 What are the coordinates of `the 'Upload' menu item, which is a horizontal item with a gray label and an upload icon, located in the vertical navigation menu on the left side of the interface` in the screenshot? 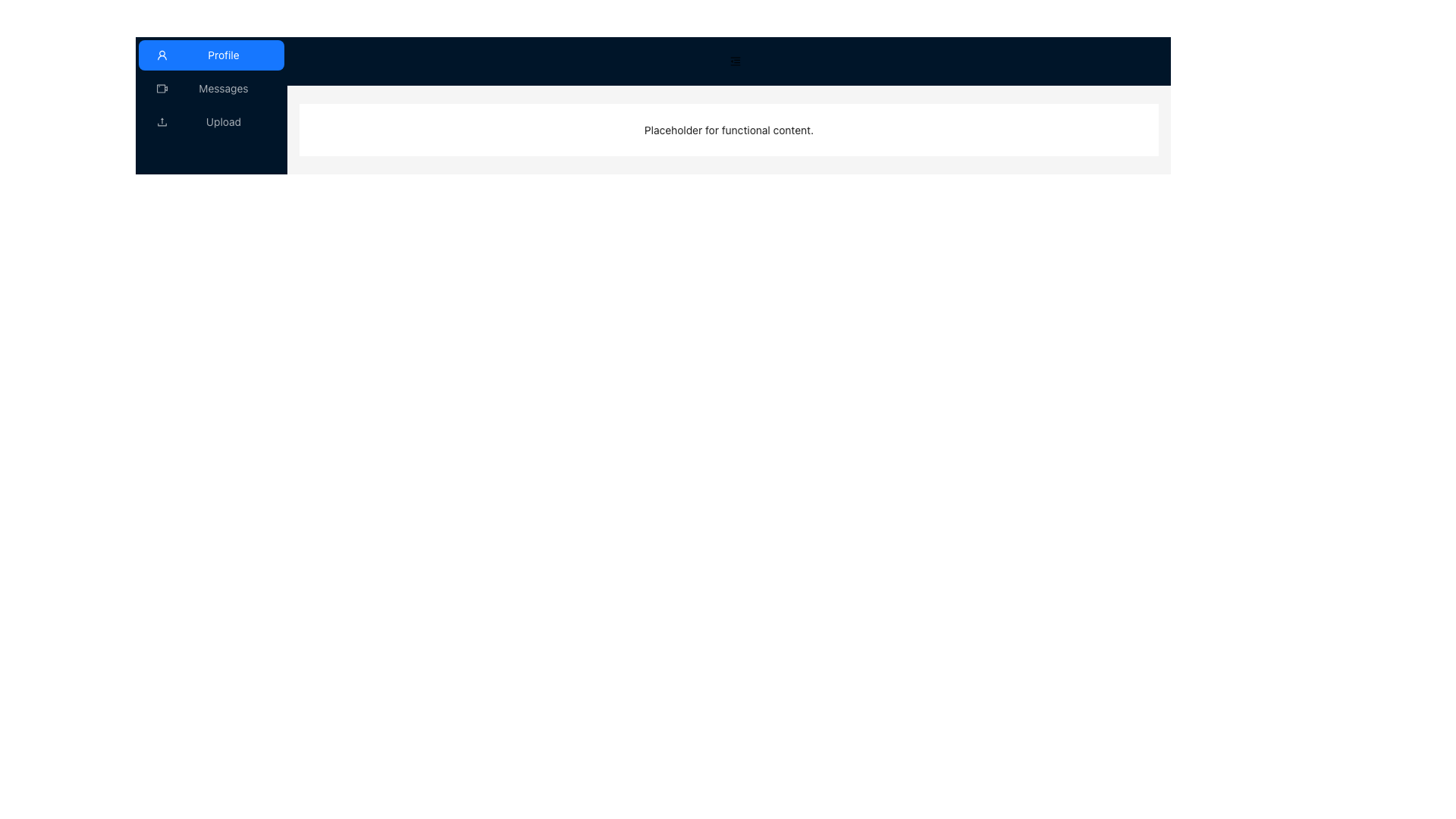 It's located at (210, 121).